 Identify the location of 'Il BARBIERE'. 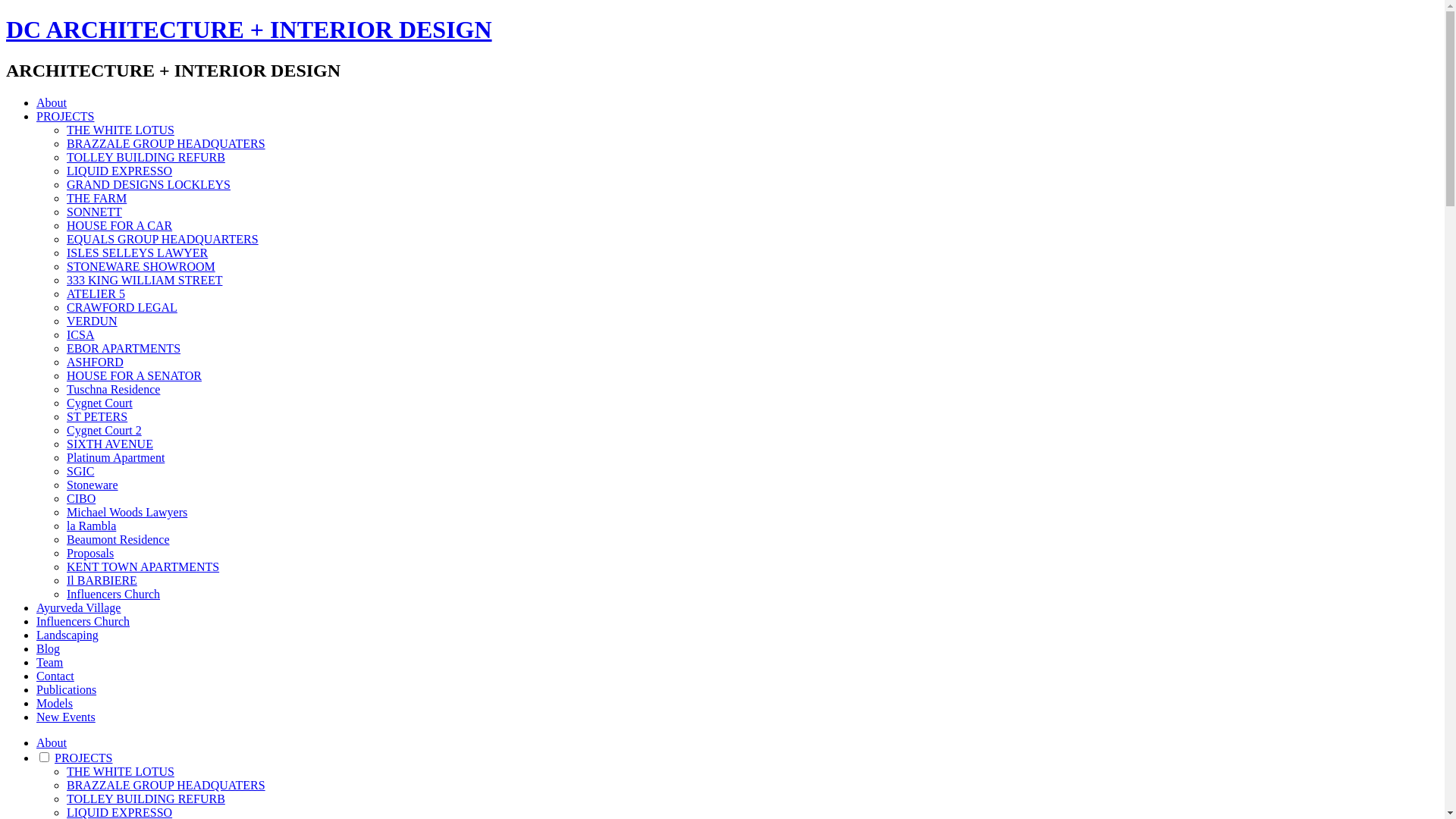
(101, 580).